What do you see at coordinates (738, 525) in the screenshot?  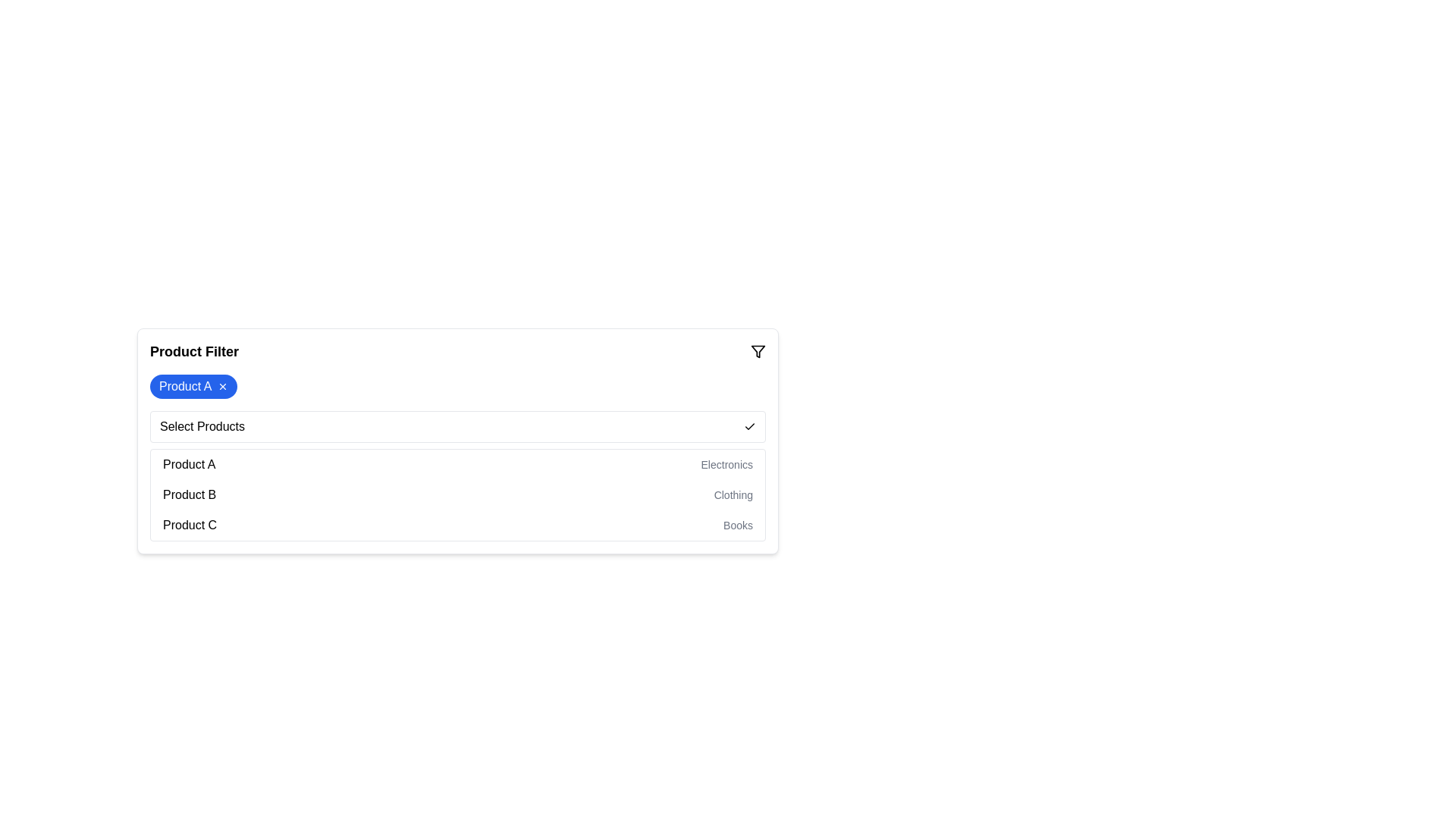 I see `the text label that displays 'Books', which is styled in gray color and located to the right of 'Product C'` at bounding box center [738, 525].